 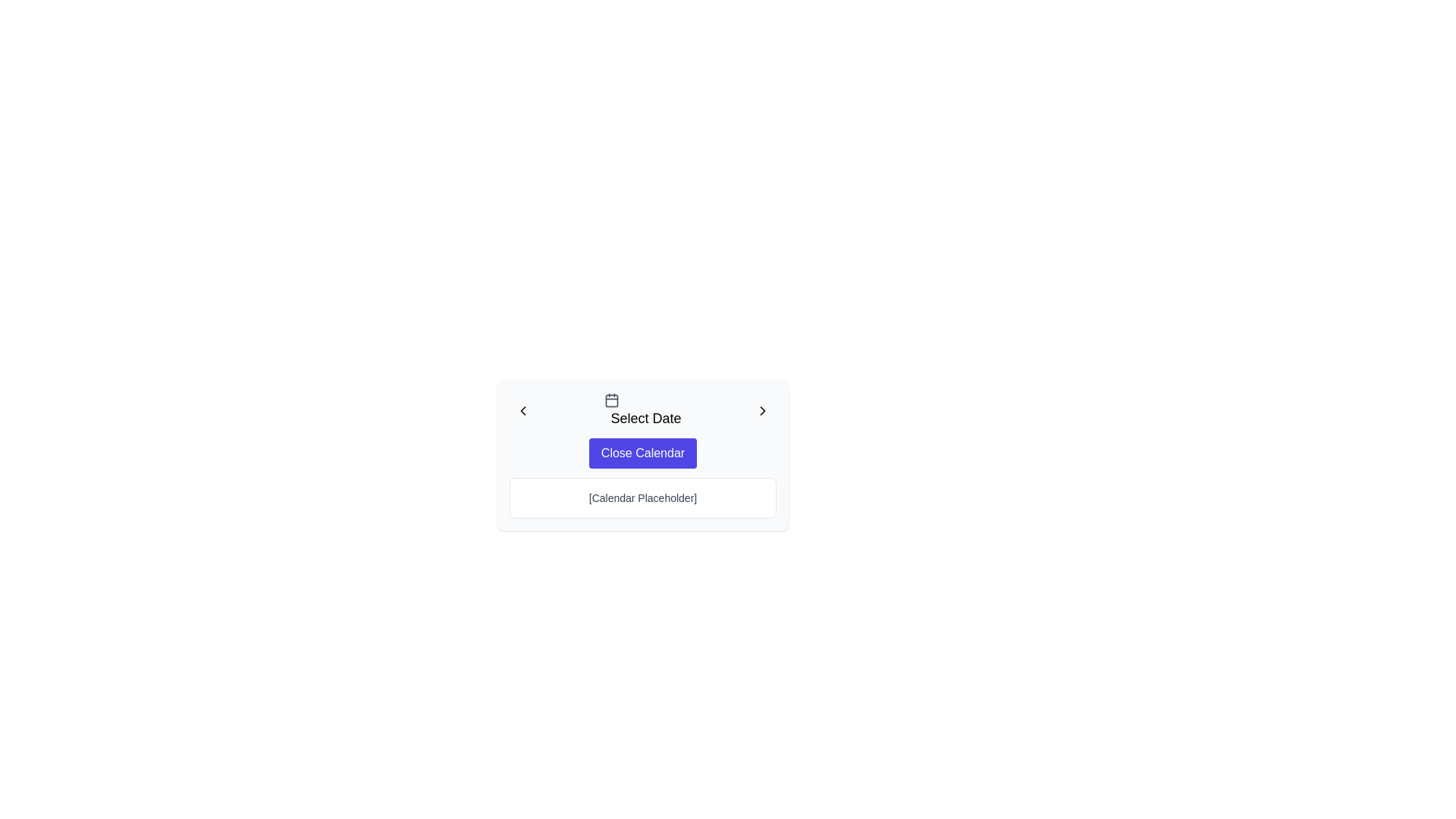 I want to click on the close button, so click(x=643, y=452).